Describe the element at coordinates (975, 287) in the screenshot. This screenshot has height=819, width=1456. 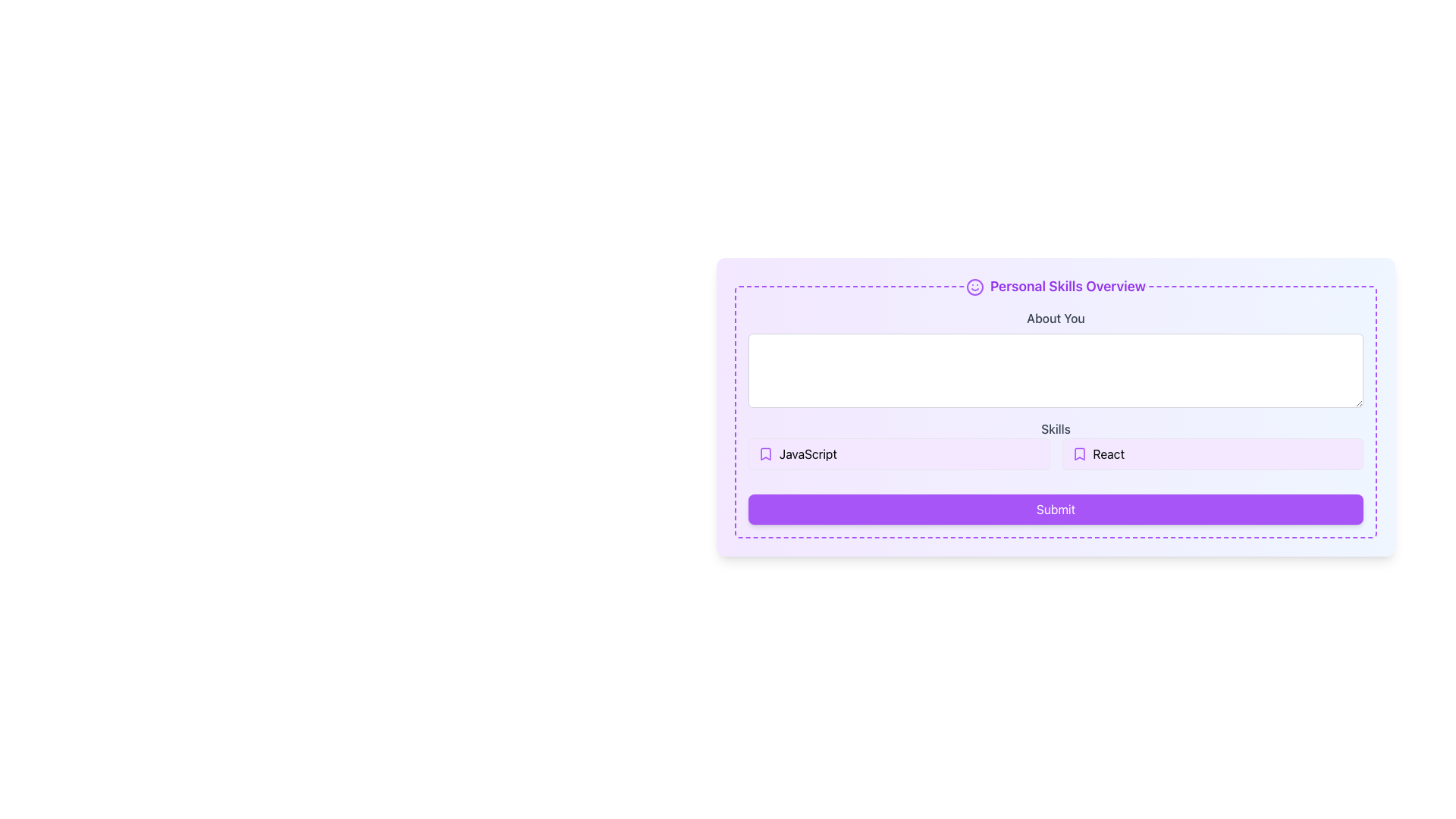
I see `the circular face outline within the smiley SVG icon in the 'Personal Skills Overview' section, located near the top-right corner of the header` at that location.